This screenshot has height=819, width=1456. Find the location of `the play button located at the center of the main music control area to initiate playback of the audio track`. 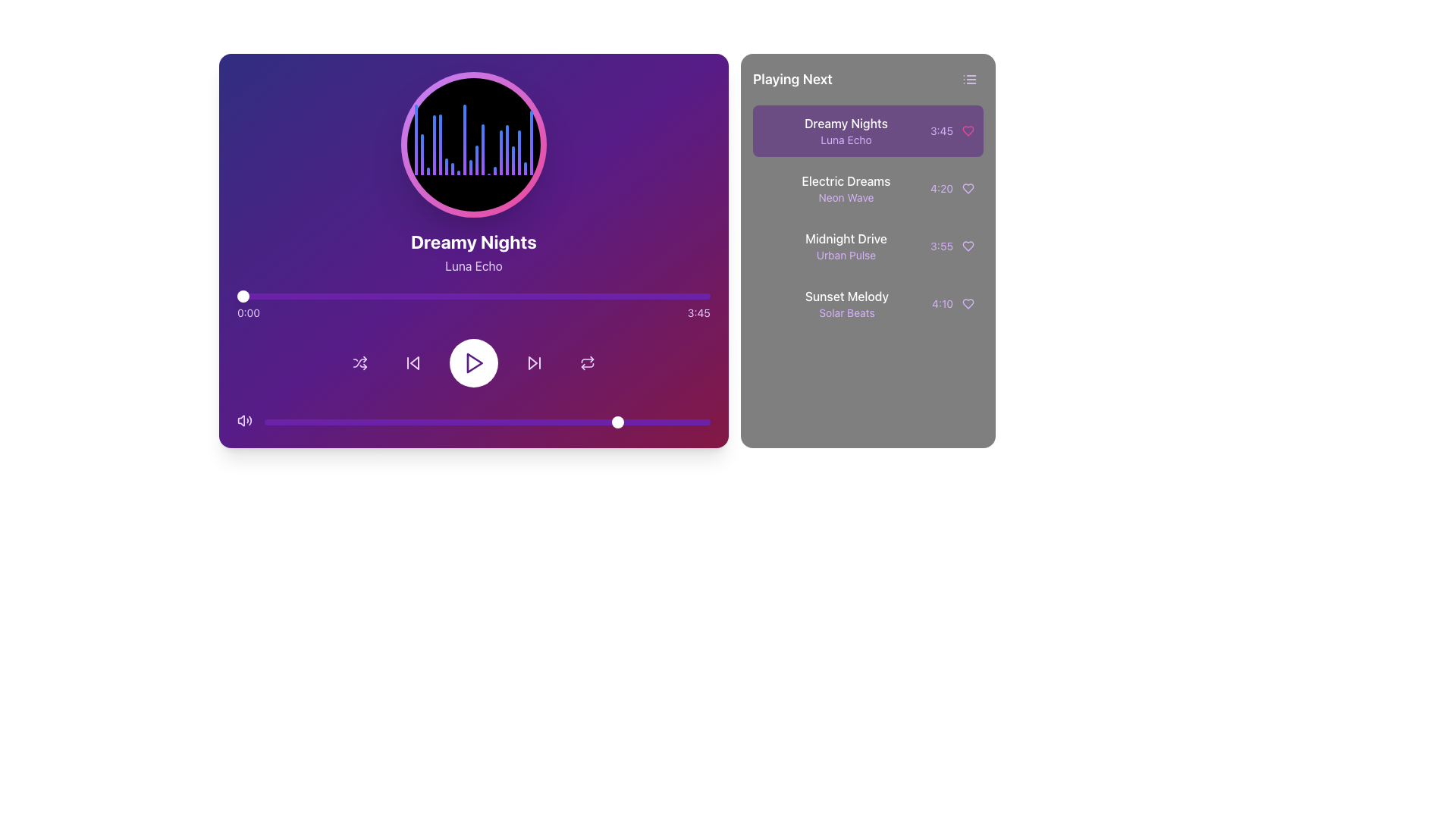

the play button located at the center of the main music control area to initiate playback of the audio track is located at coordinates (472, 362).